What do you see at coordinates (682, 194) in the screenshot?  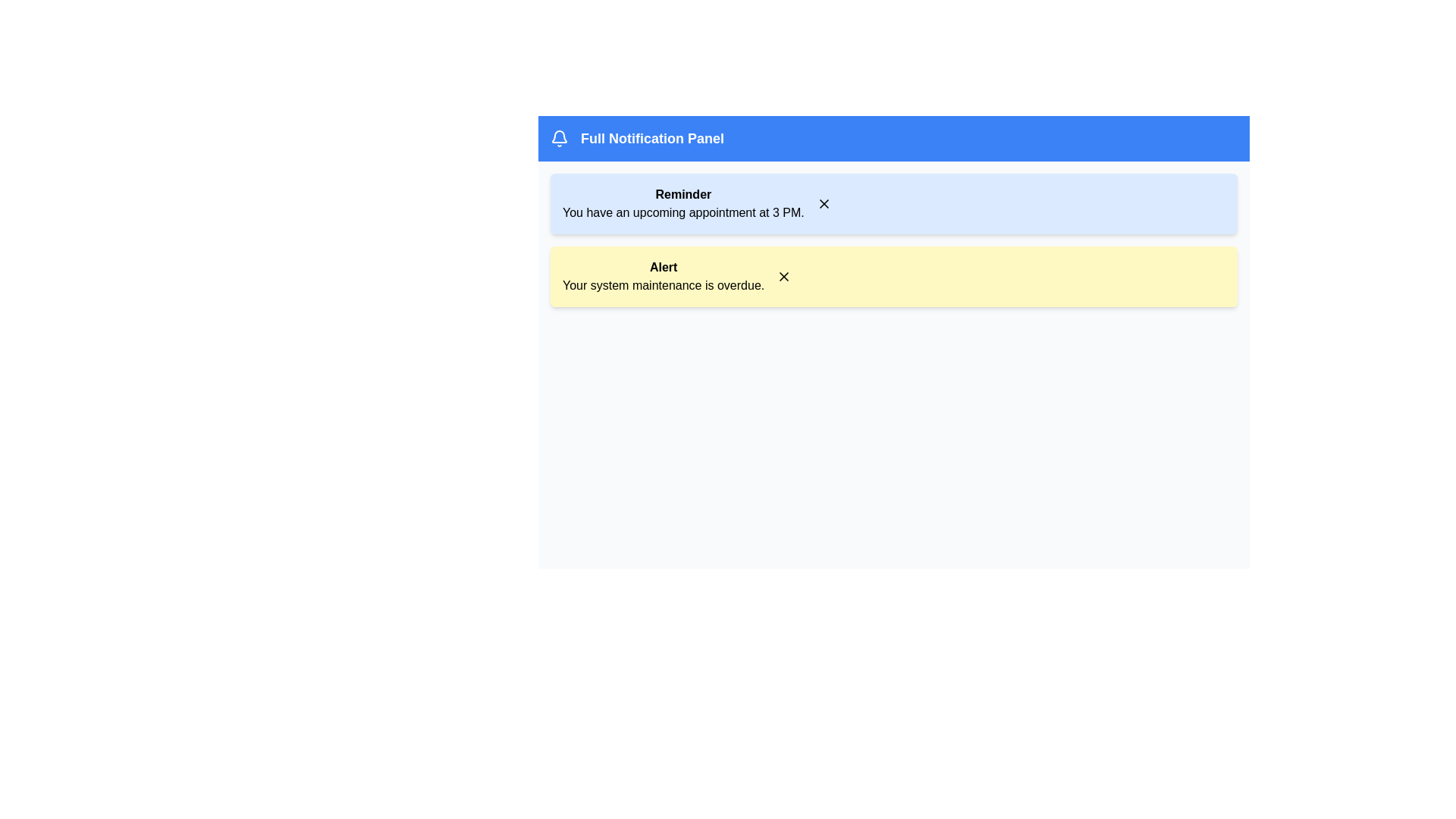 I see `text label that serves as the title or heading for the notification, positioned at the top-left area of the notification card, indicating the content's category or purpose` at bounding box center [682, 194].